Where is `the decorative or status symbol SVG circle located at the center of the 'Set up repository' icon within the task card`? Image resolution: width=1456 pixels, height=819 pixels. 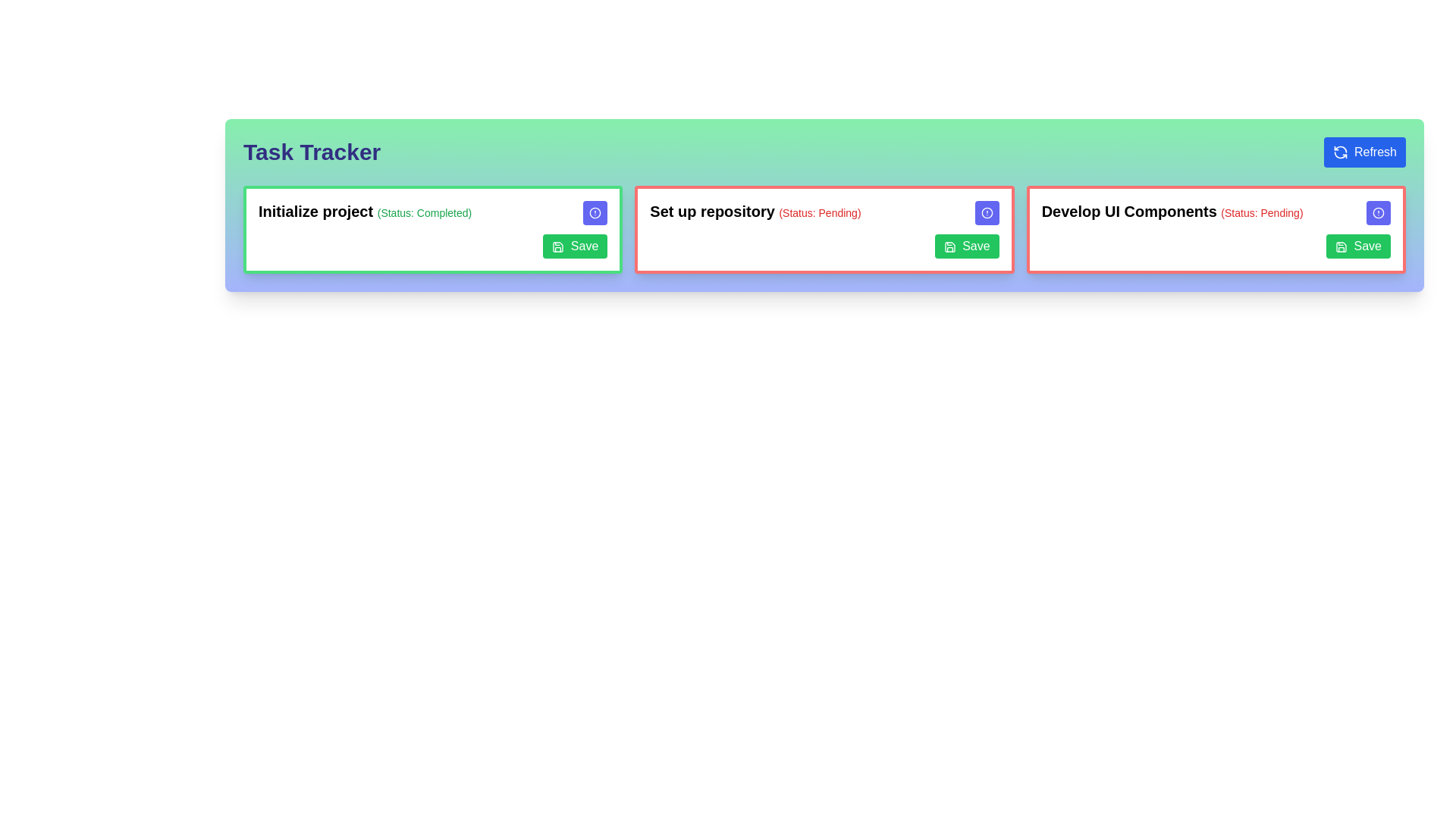 the decorative or status symbol SVG circle located at the center of the 'Set up repository' icon within the task card is located at coordinates (987, 213).